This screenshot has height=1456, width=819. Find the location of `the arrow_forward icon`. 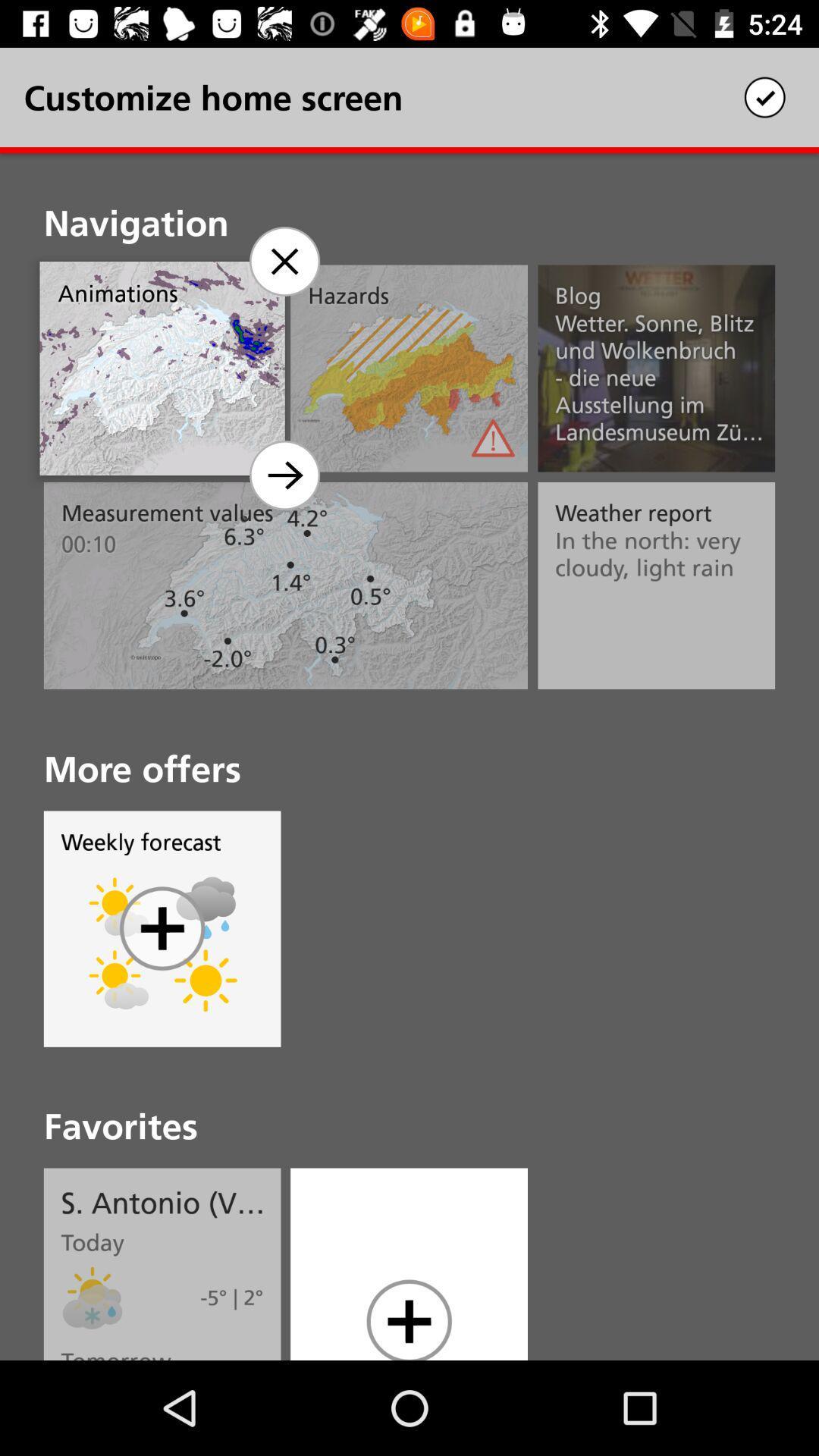

the arrow_forward icon is located at coordinates (284, 475).